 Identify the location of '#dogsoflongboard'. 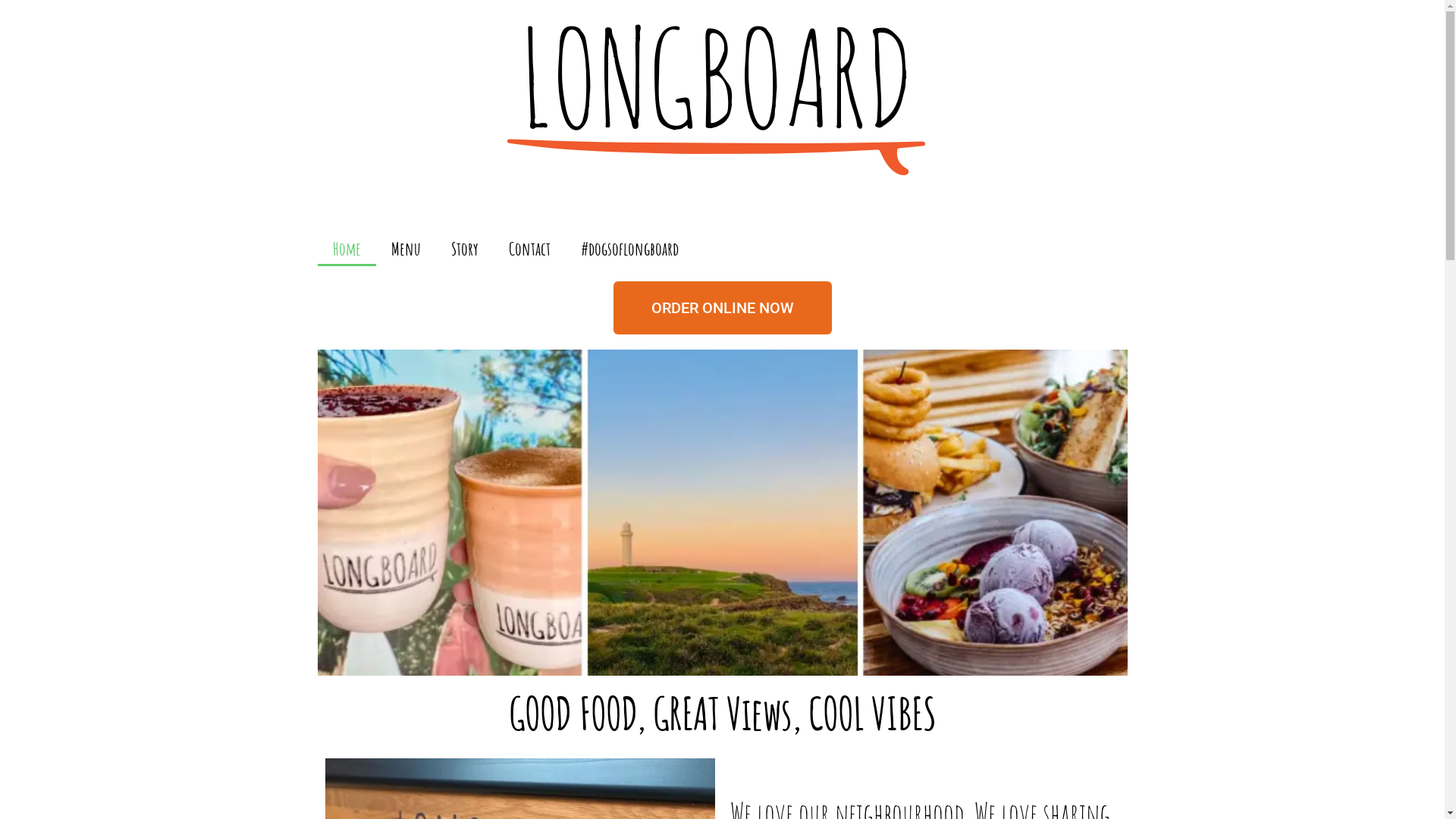
(629, 247).